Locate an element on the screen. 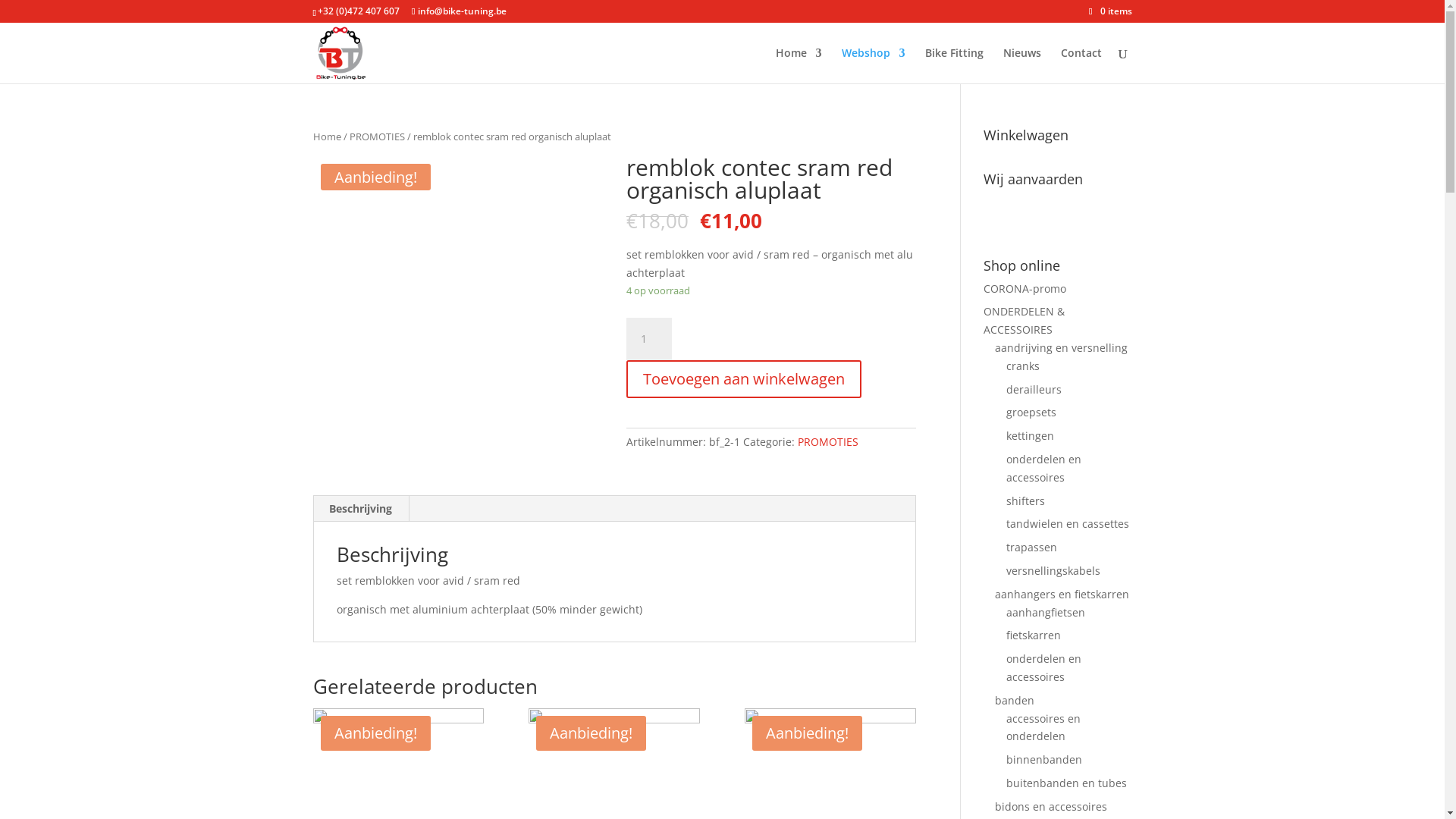 This screenshot has width=1456, height=819. 'CORONA-promo' is located at coordinates (1025, 288).